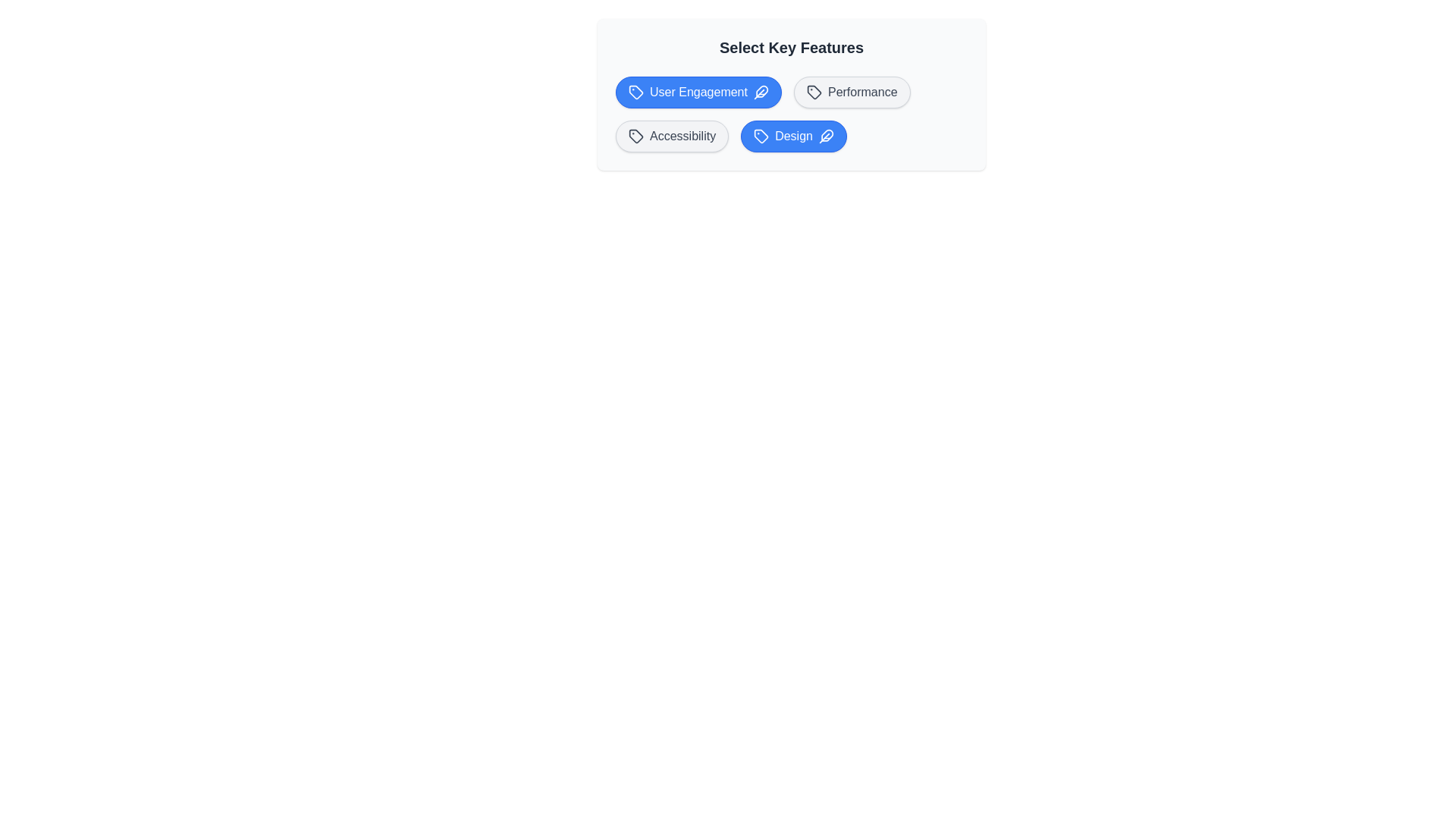 The height and width of the screenshot is (819, 1456). Describe the element at coordinates (698, 93) in the screenshot. I see `the feature button labeled User Engagement` at that location.